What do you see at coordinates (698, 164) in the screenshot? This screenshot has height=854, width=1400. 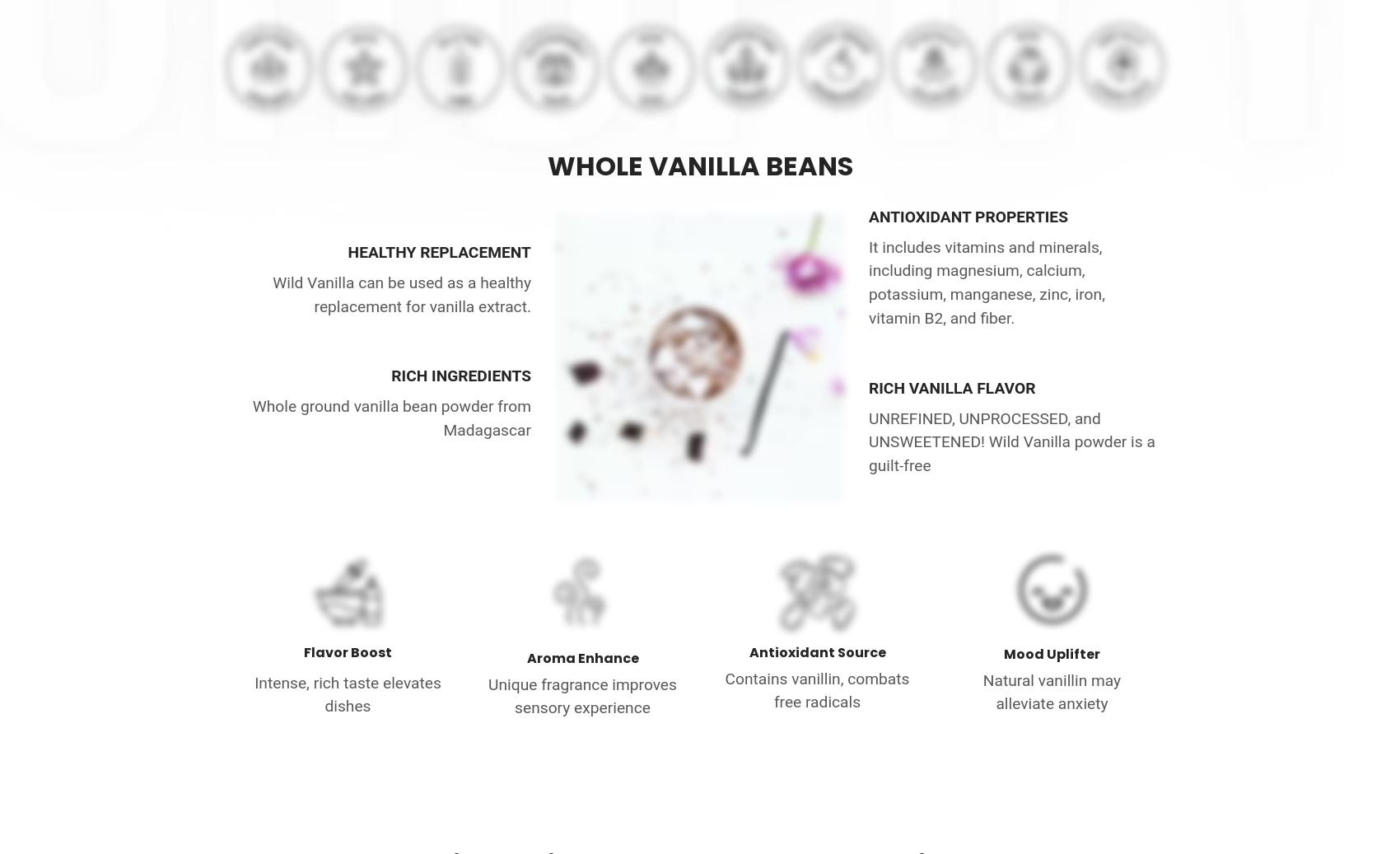 I see `'WHOLE VANILLA BEANS'` at bounding box center [698, 164].